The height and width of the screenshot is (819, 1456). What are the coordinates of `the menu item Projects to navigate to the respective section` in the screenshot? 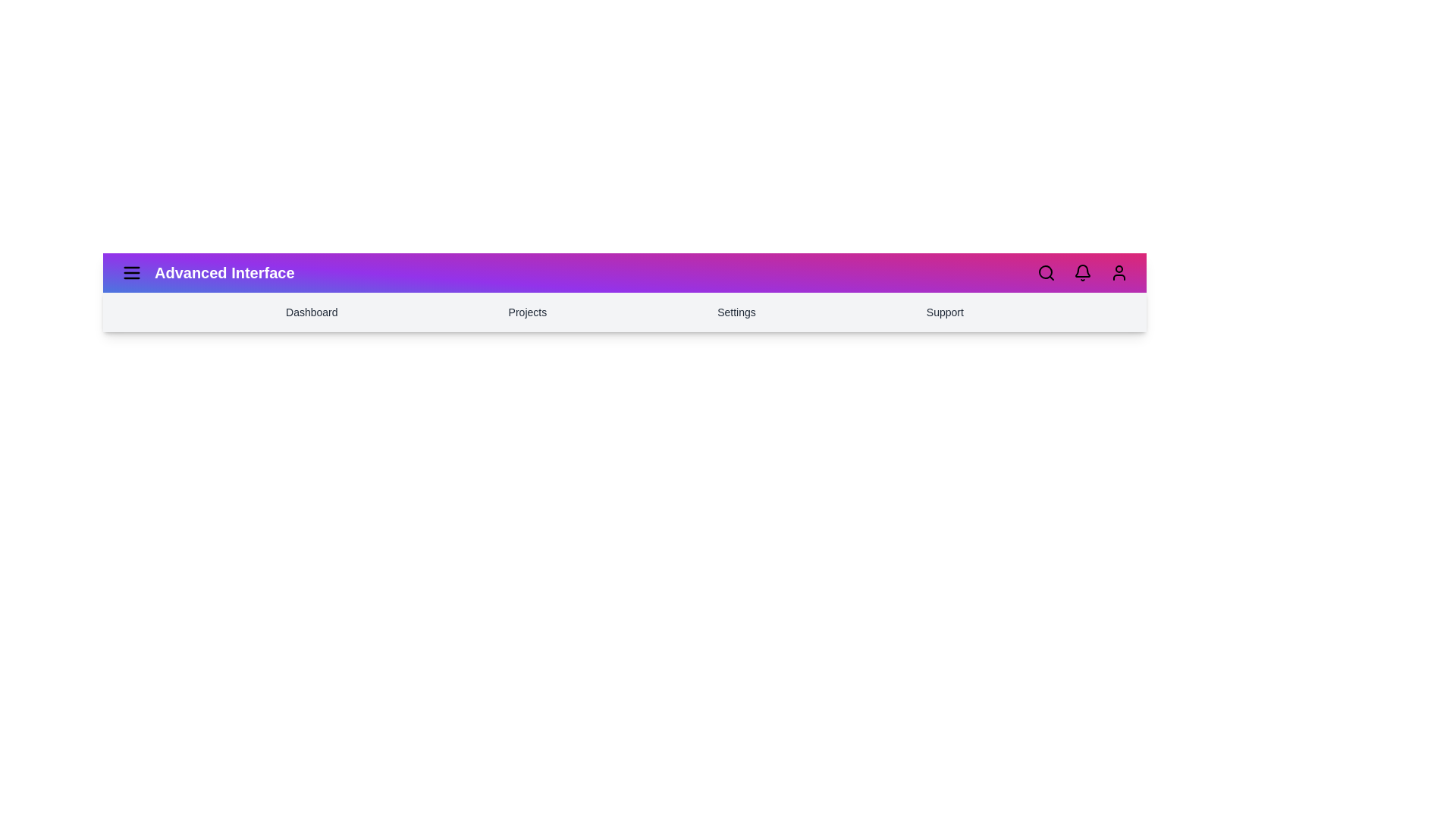 It's located at (527, 312).